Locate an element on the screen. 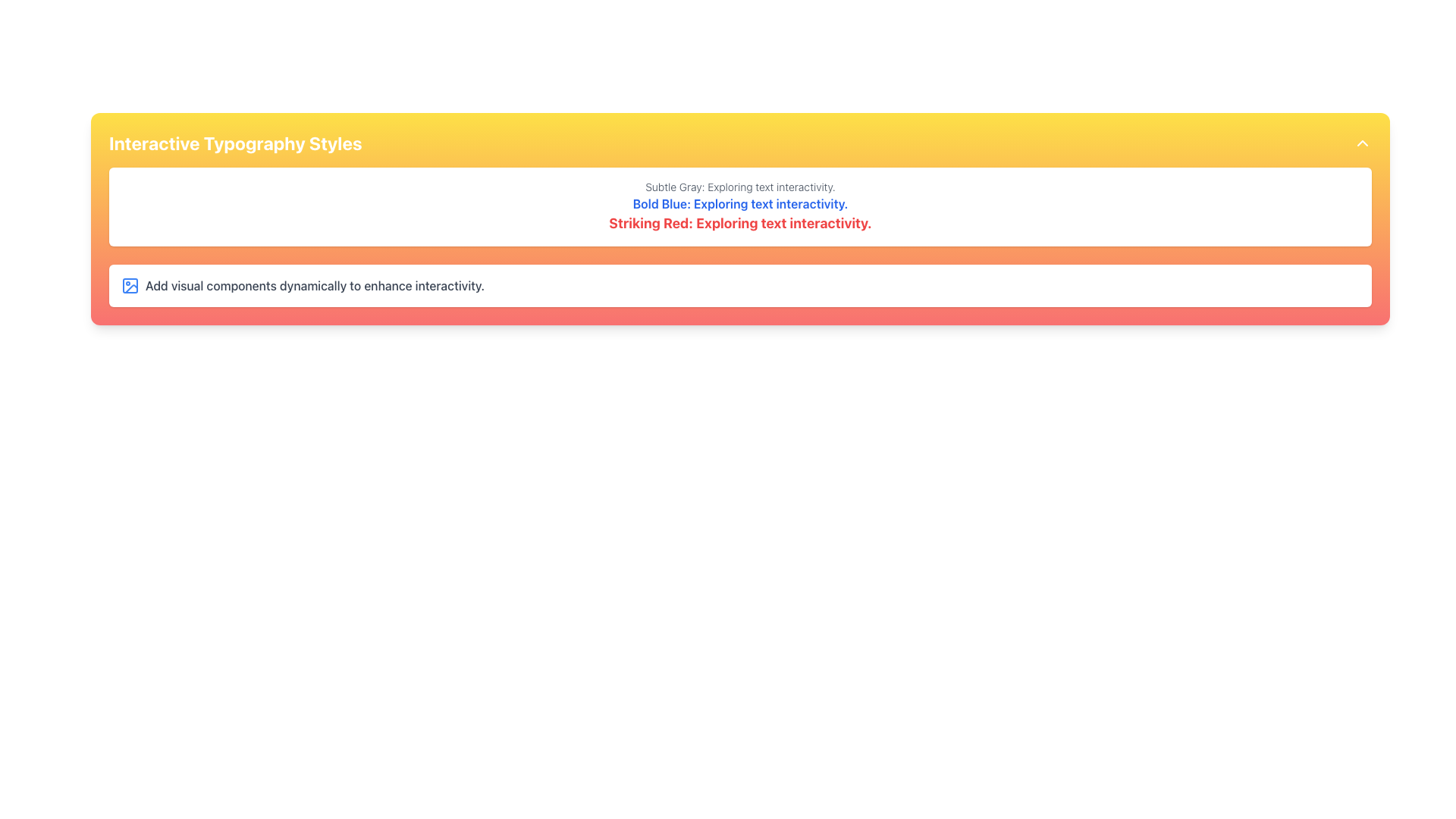 Image resolution: width=1456 pixels, height=819 pixels. the static text element that states 'Subtle Gray: Exploring text interactivity.' which is the first item in a list of three textual elements is located at coordinates (740, 186).